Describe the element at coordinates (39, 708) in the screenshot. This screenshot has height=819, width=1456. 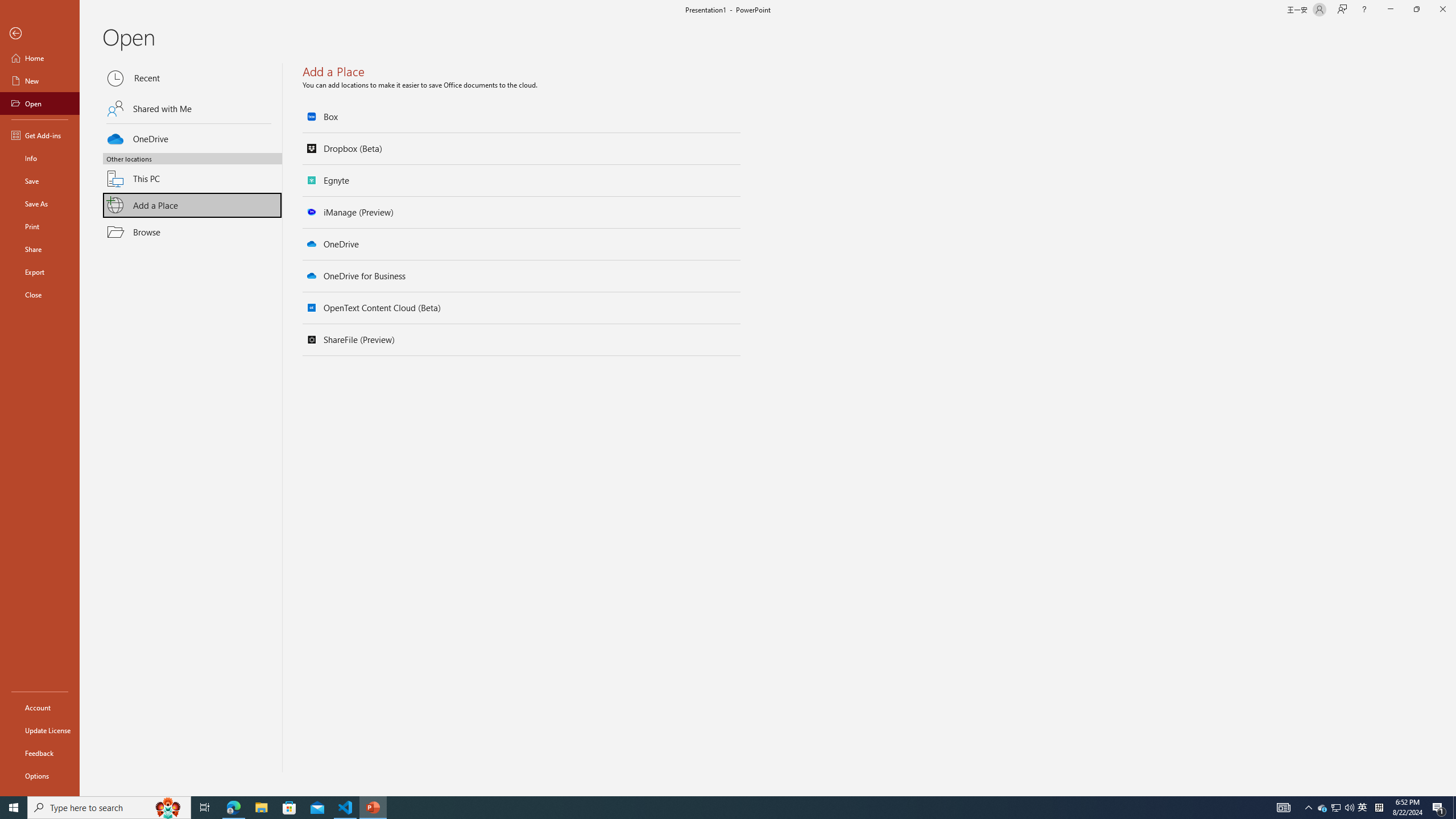
I see `'Account'` at that location.